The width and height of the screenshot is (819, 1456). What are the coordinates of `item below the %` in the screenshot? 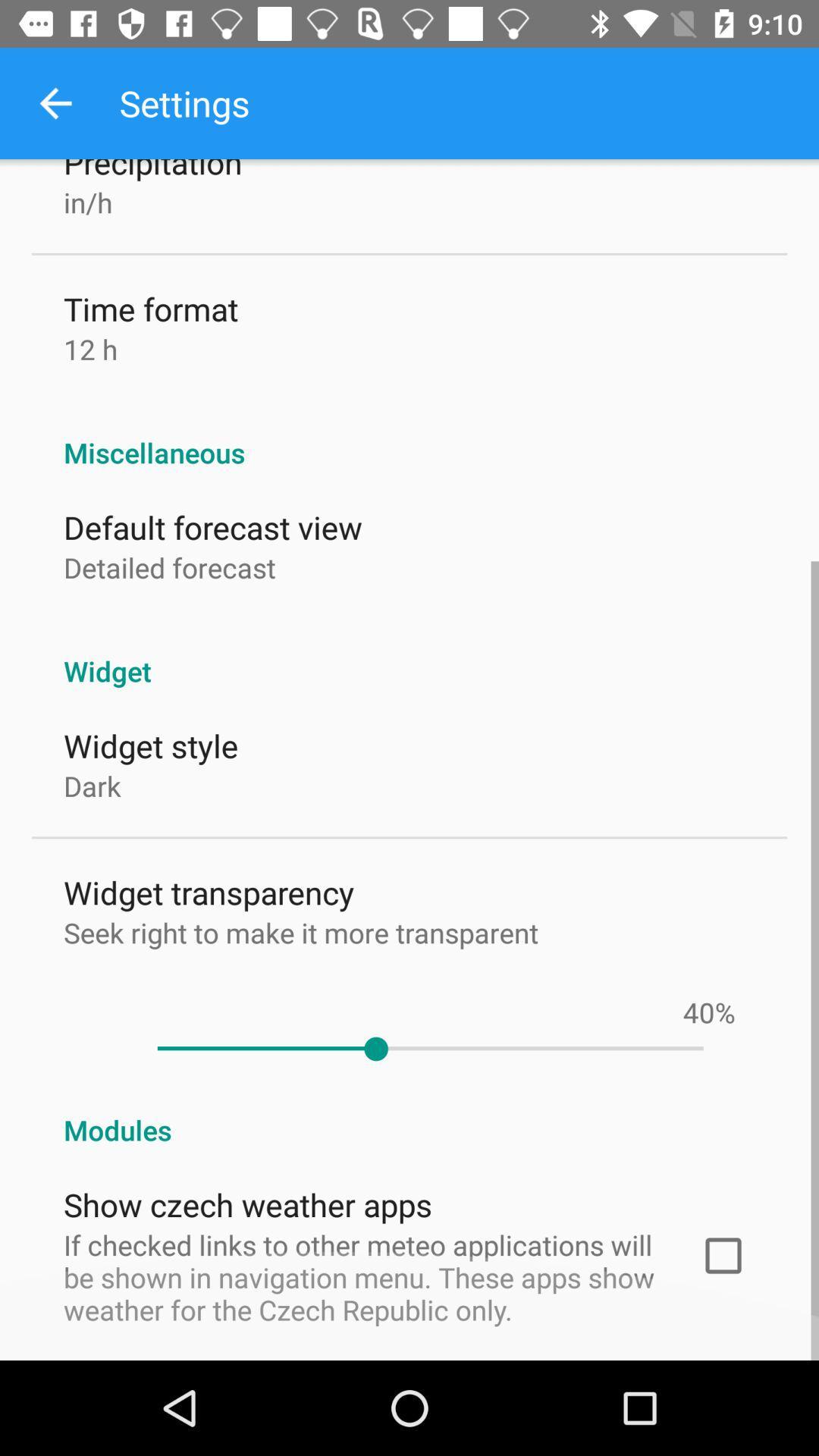 It's located at (430, 1048).